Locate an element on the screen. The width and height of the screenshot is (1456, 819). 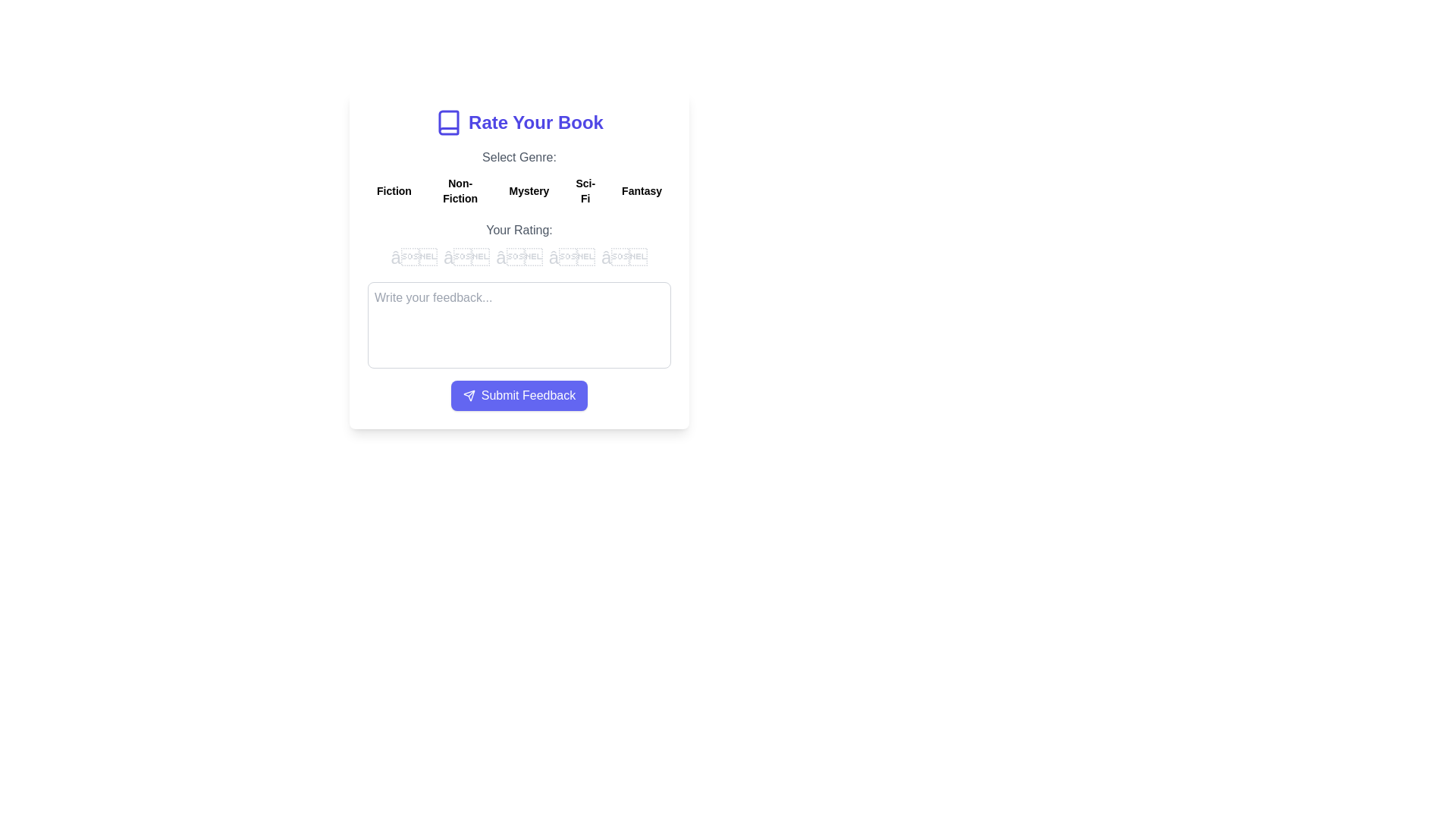
the star in the interactive star-based rating selector is located at coordinates (519, 245).